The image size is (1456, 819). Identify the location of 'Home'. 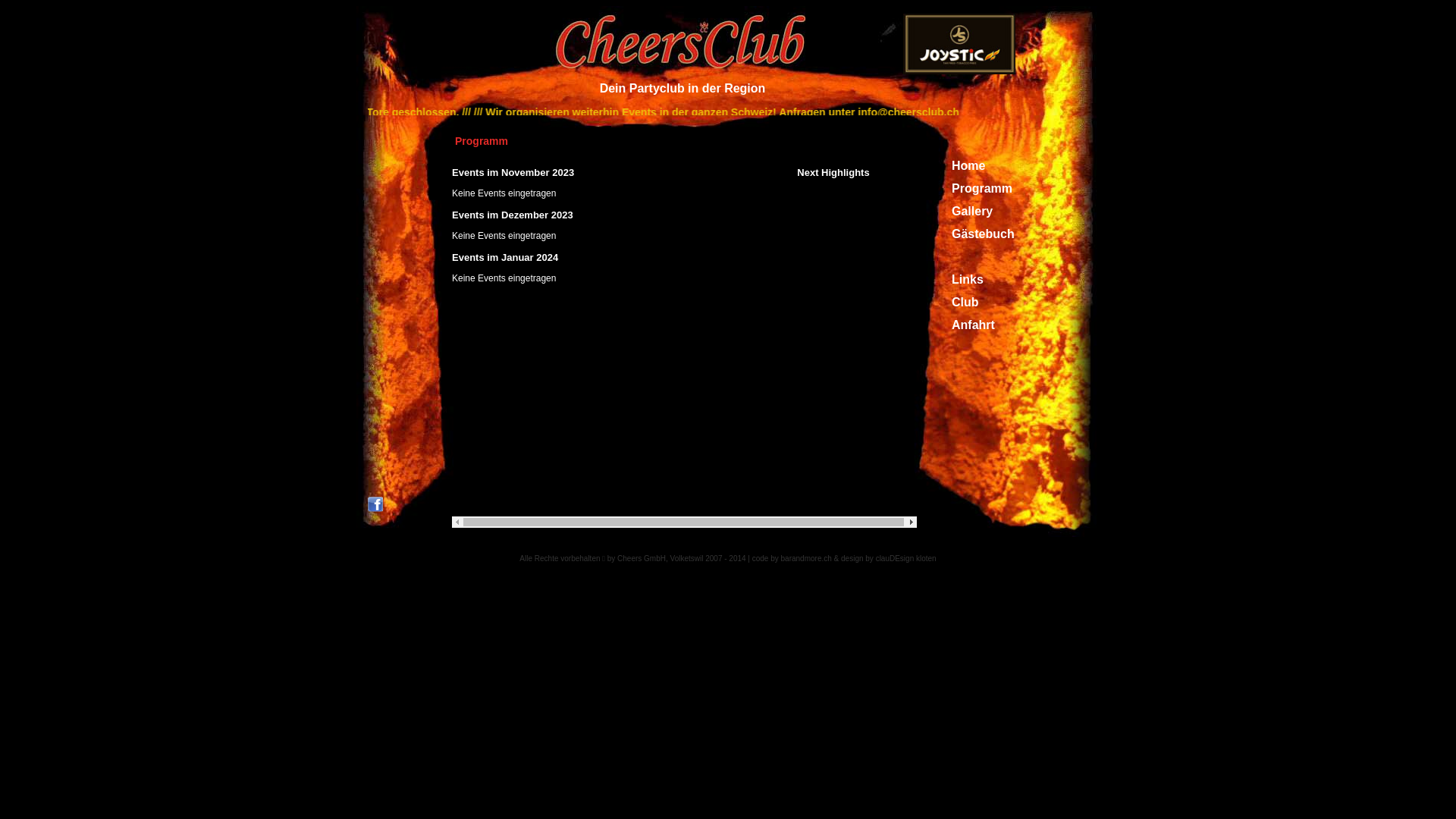
(967, 165).